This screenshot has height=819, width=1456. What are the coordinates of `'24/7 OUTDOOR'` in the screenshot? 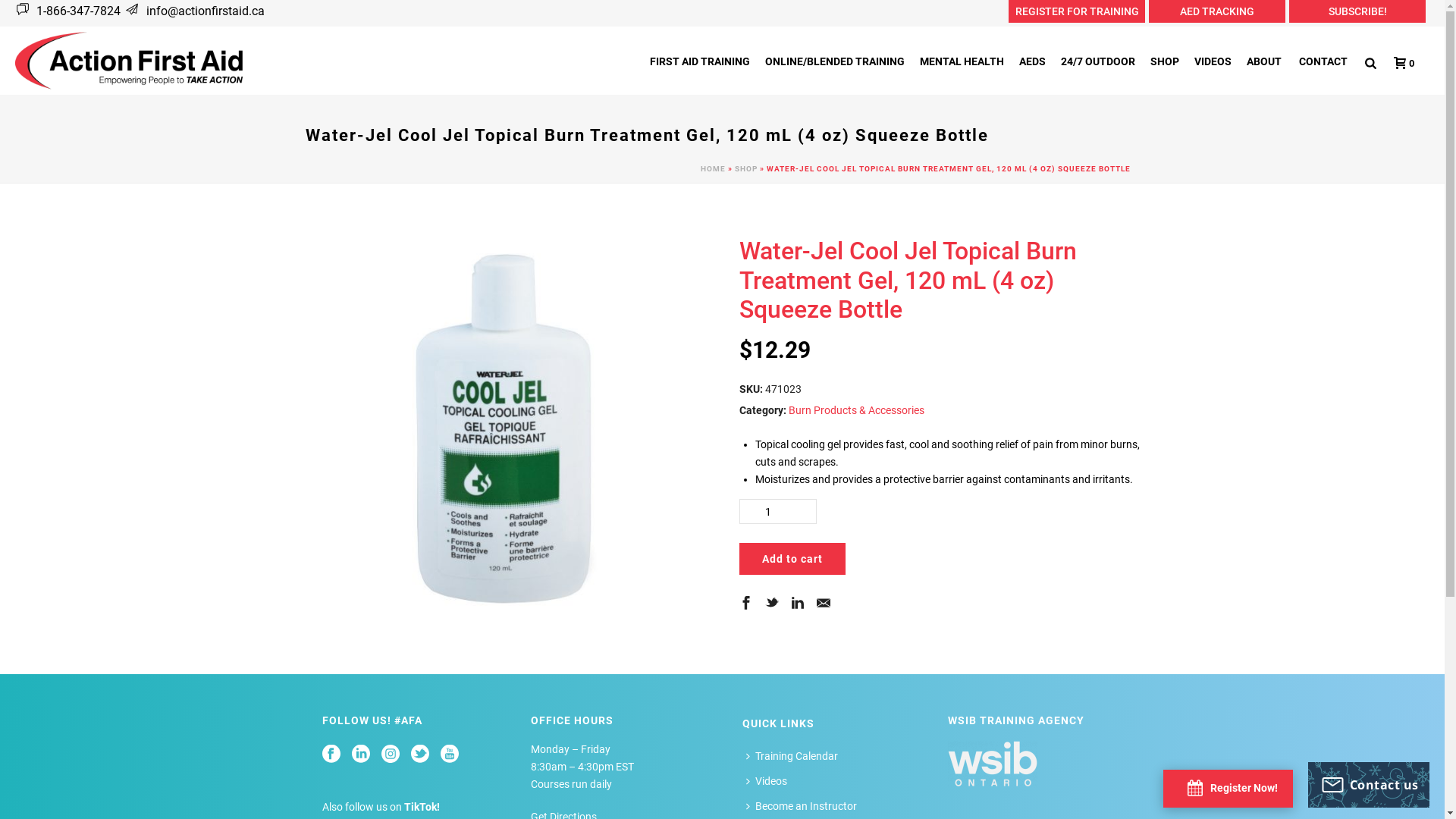 It's located at (1098, 61).